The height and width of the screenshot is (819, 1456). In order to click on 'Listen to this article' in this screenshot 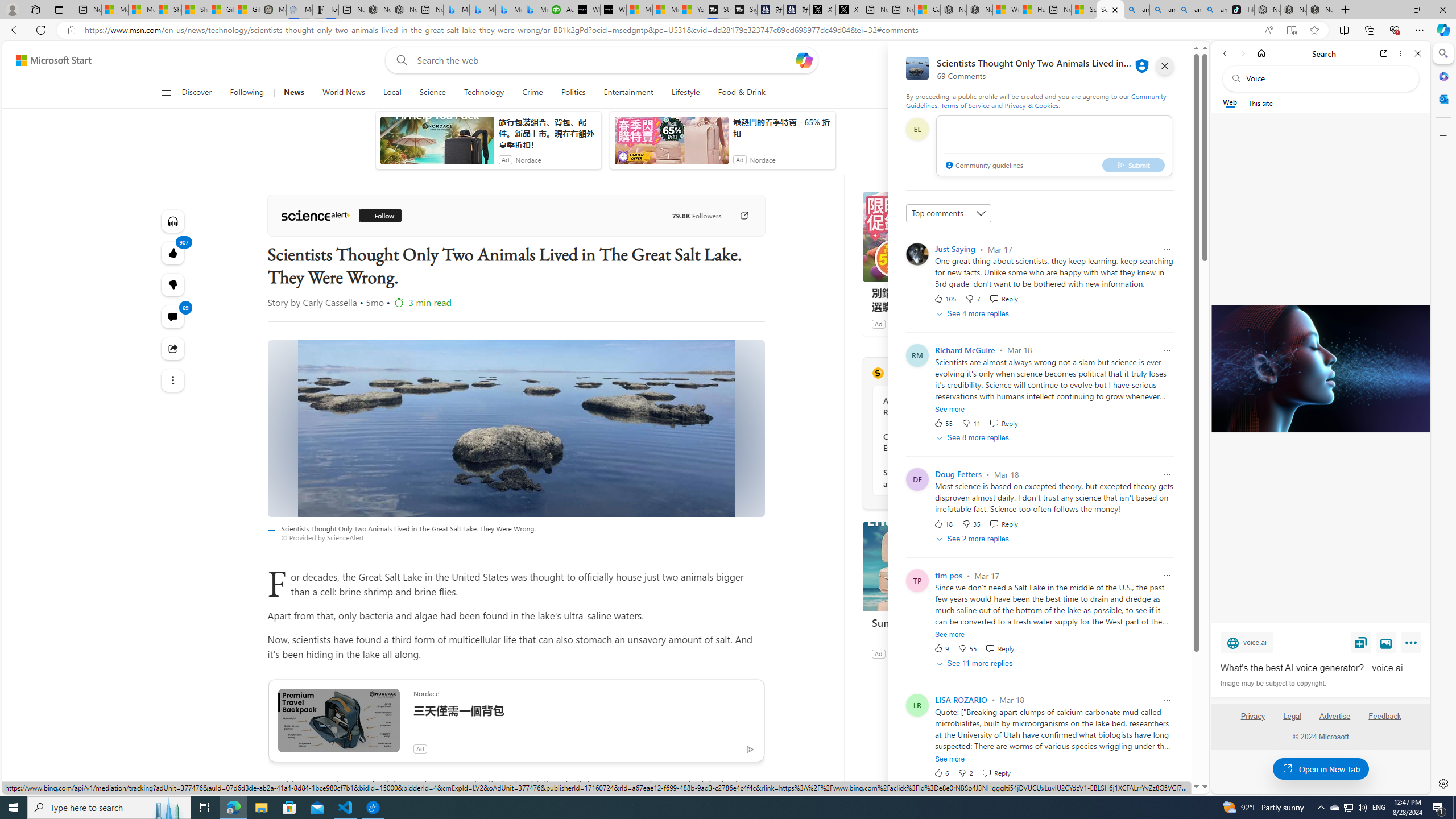, I will do `click(172, 221)`.